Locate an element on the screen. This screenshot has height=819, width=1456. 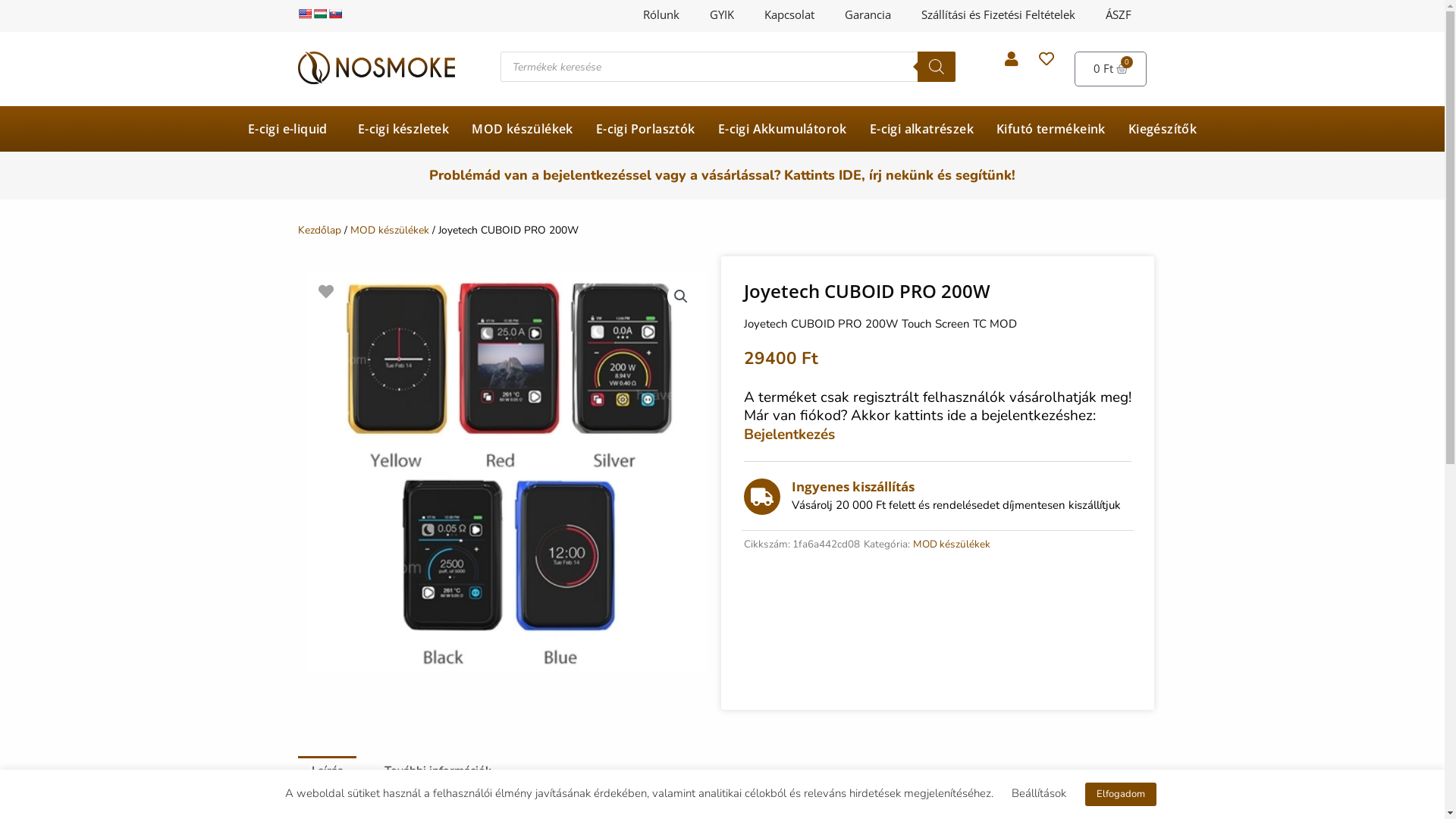
'Slovak' is located at coordinates (334, 14).